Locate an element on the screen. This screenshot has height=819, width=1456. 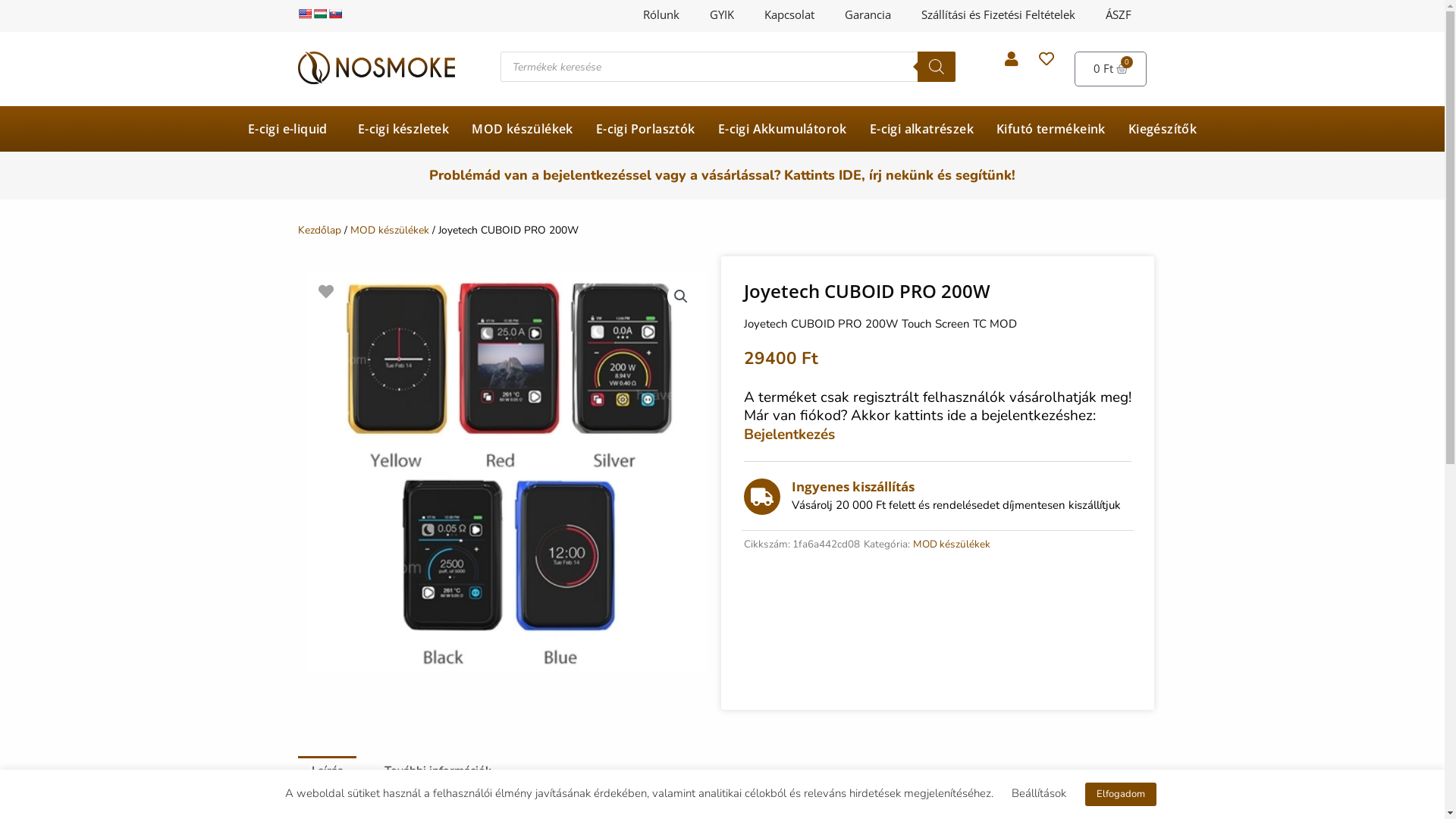
'Slovak' is located at coordinates (334, 14).